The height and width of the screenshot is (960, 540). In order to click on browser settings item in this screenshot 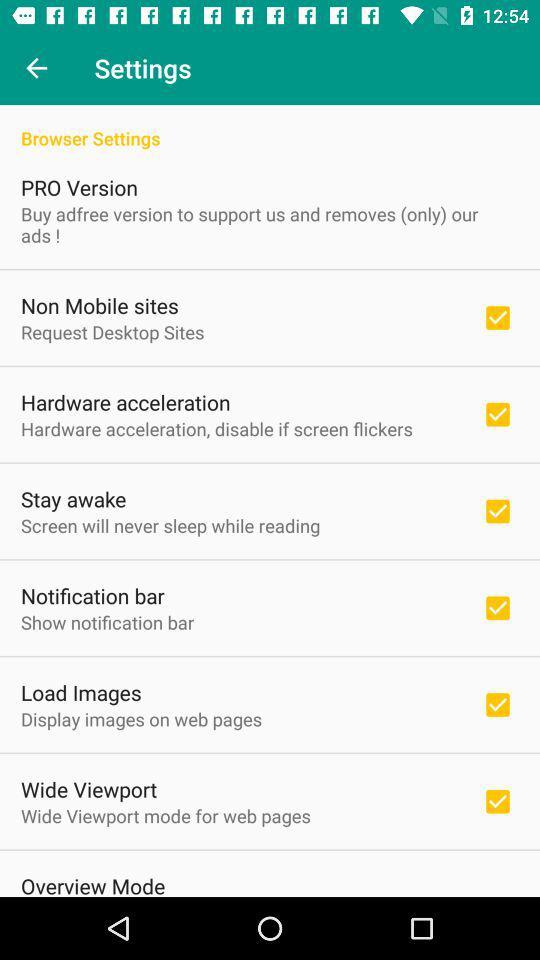, I will do `click(270, 126)`.